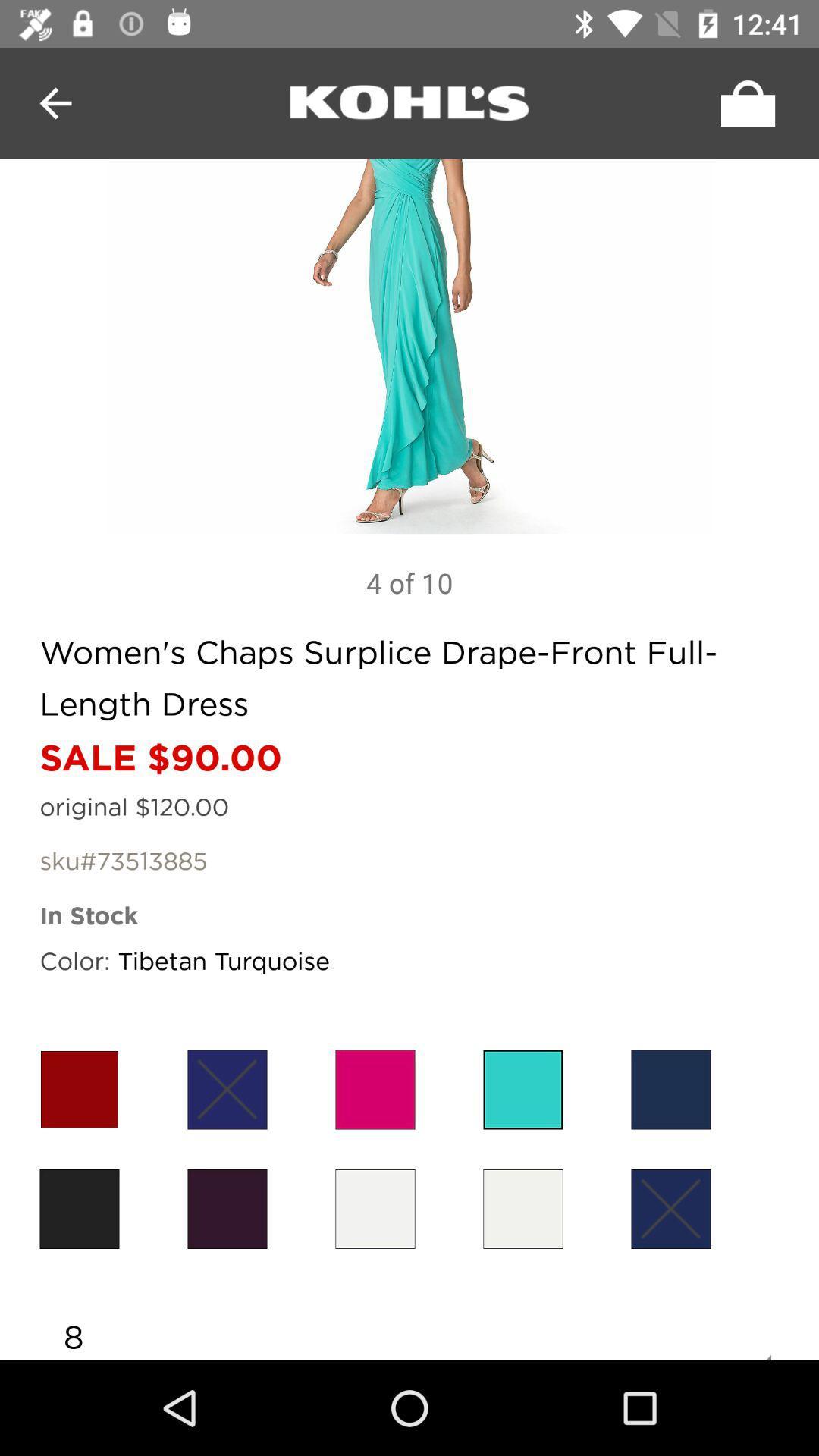  What do you see at coordinates (409, 346) in the screenshot?
I see `the item above the 4 of 10` at bounding box center [409, 346].